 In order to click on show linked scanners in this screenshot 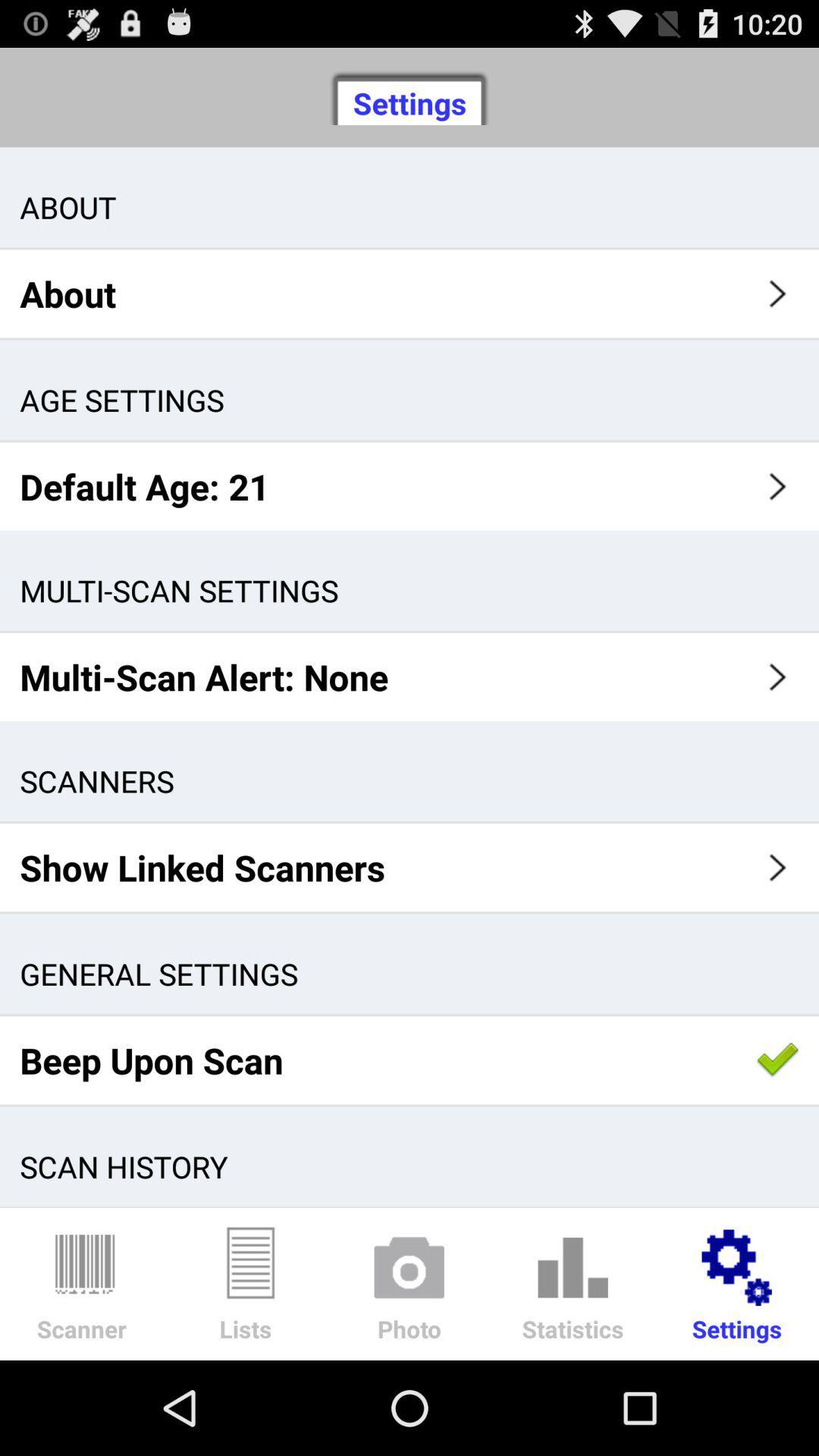, I will do `click(409, 868)`.